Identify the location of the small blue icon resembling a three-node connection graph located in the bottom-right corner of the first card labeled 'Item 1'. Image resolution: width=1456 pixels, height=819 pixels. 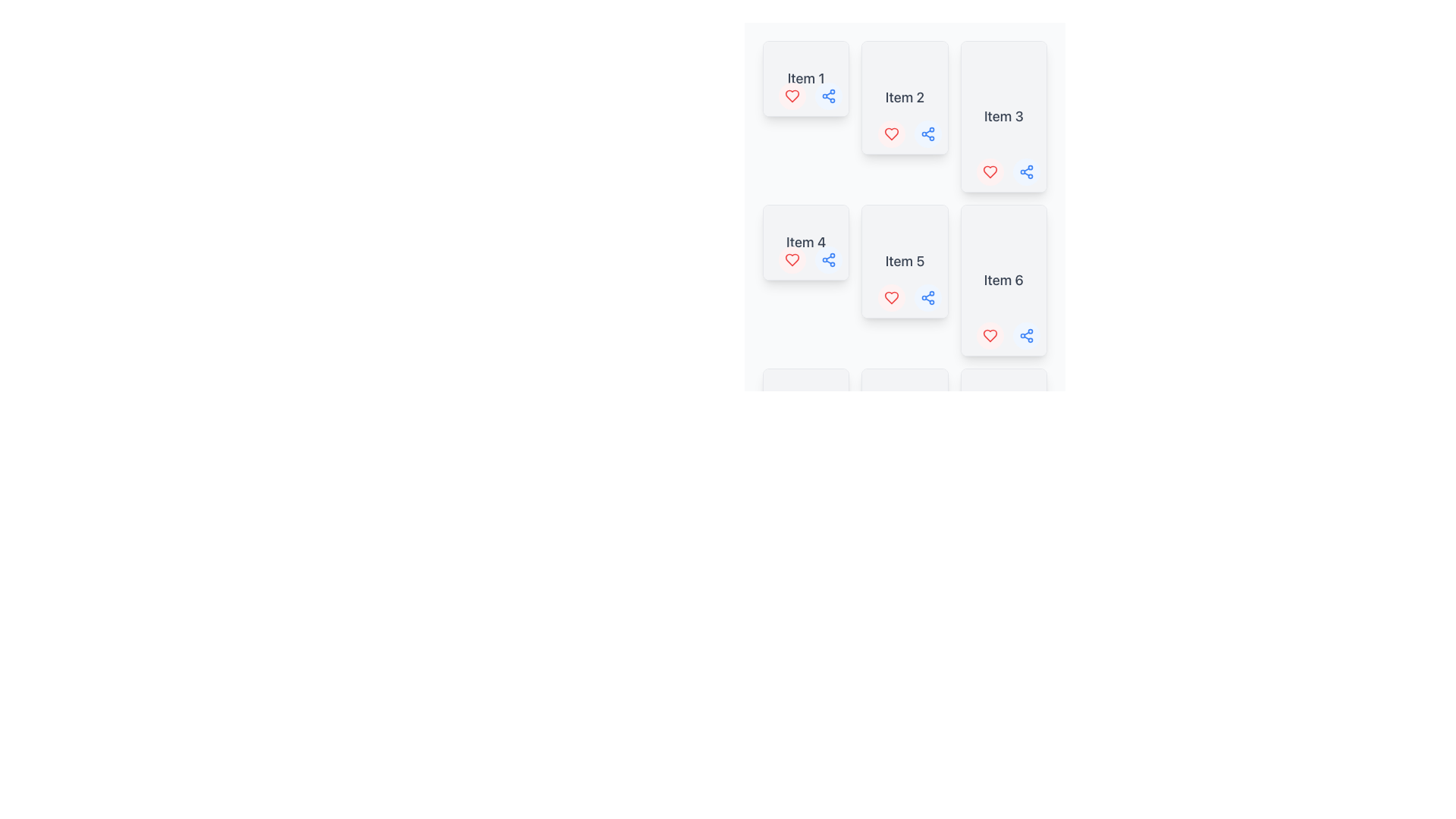
(828, 96).